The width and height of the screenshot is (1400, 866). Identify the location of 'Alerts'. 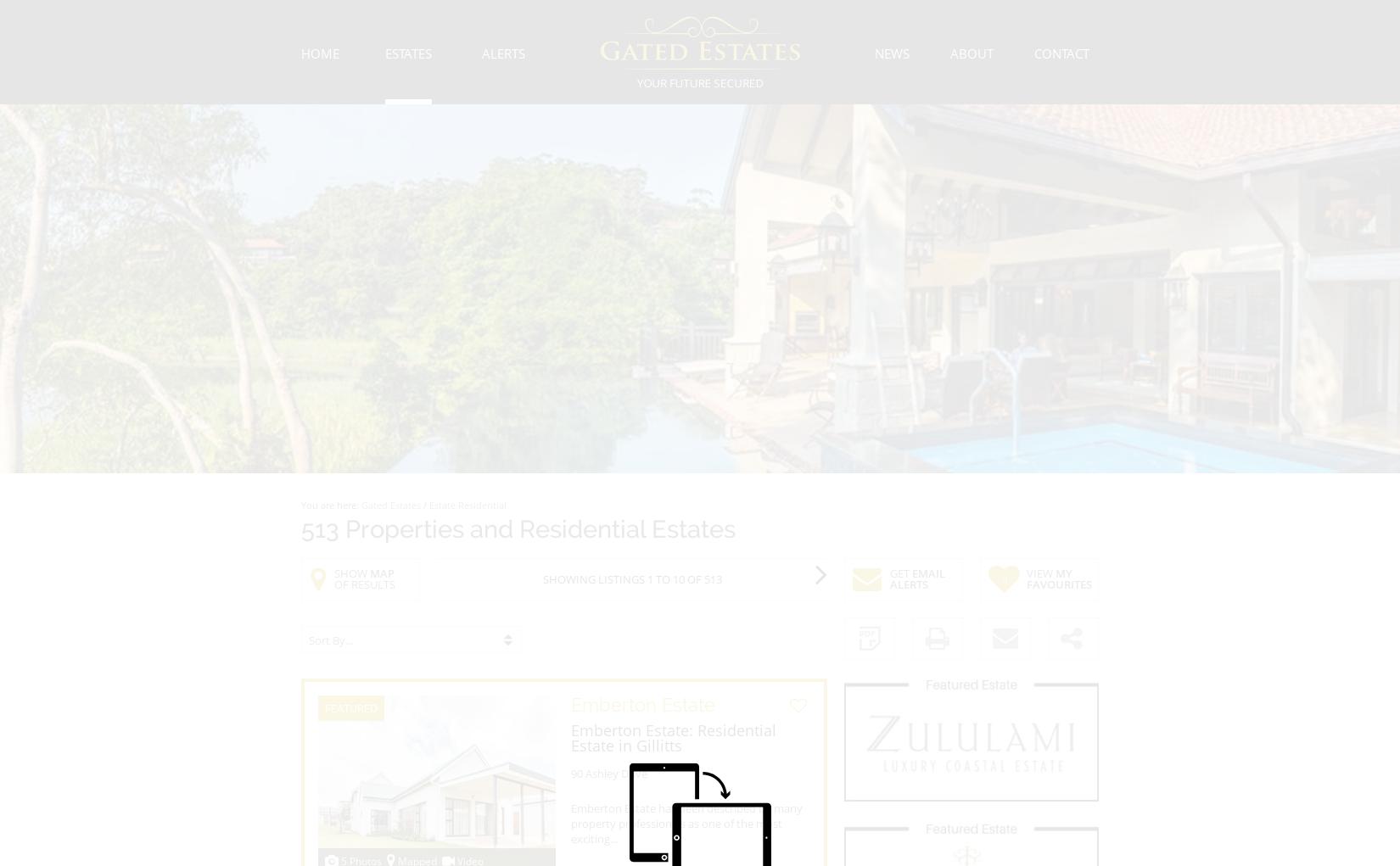
(502, 53).